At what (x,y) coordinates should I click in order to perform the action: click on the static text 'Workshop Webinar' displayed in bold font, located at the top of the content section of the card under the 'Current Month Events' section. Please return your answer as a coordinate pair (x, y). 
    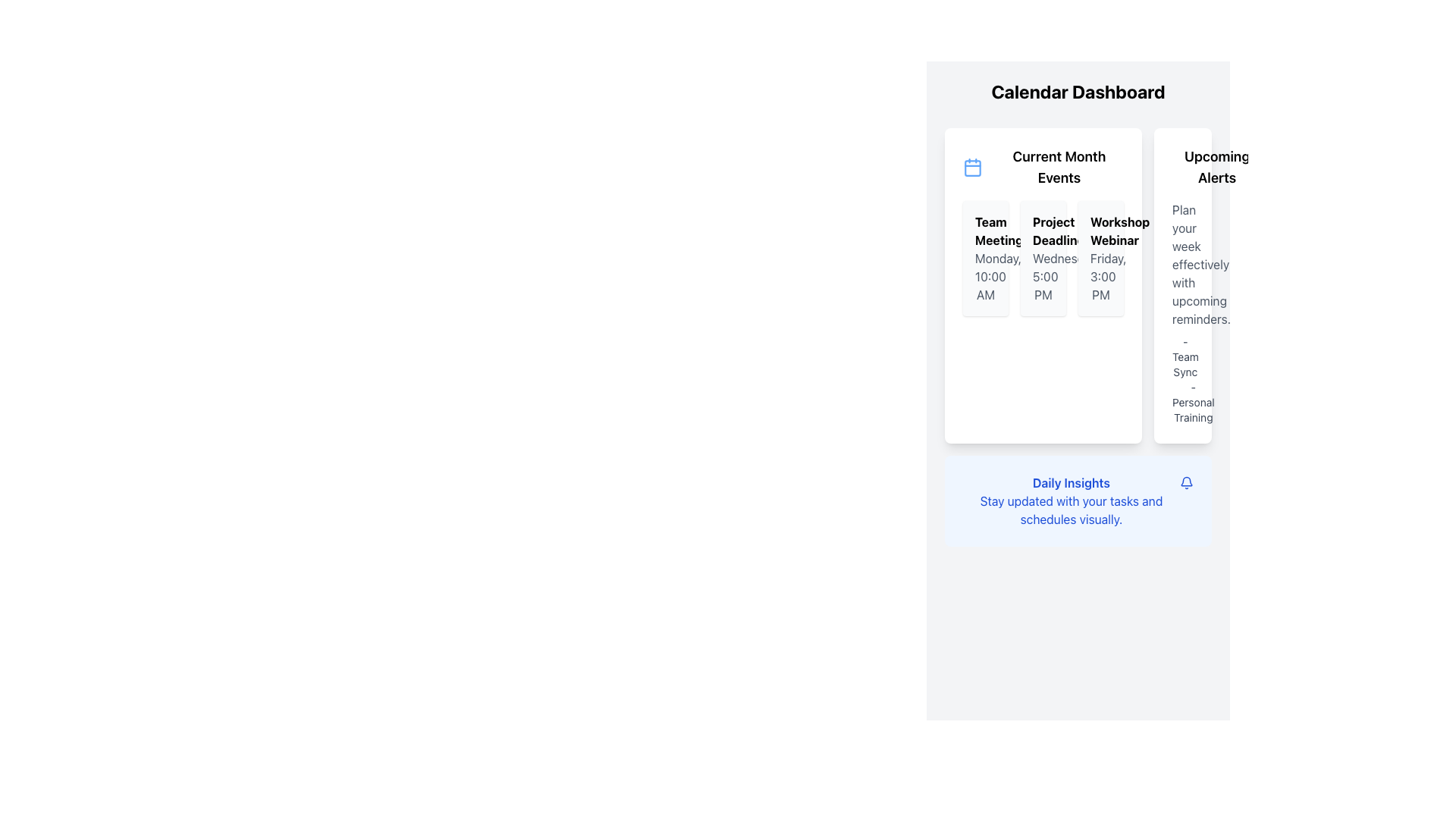
    Looking at the image, I should click on (1100, 231).